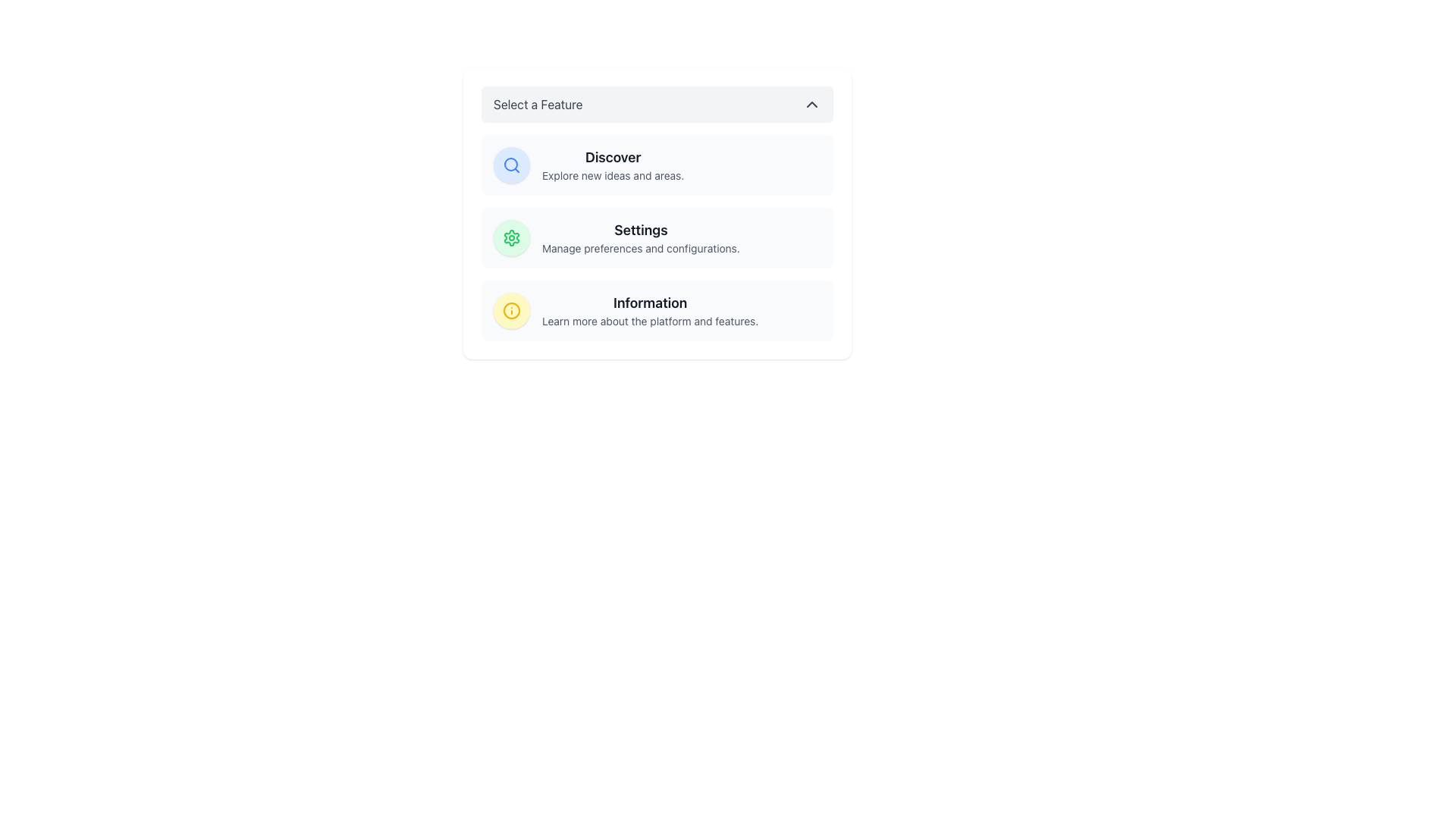 This screenshot has height=819, width=1456. Describe the element at coordinates (512, 309) in the screenshot. I see `the information icon represented by a question mark within a yellow circle, located in the third group from the top` at that location.